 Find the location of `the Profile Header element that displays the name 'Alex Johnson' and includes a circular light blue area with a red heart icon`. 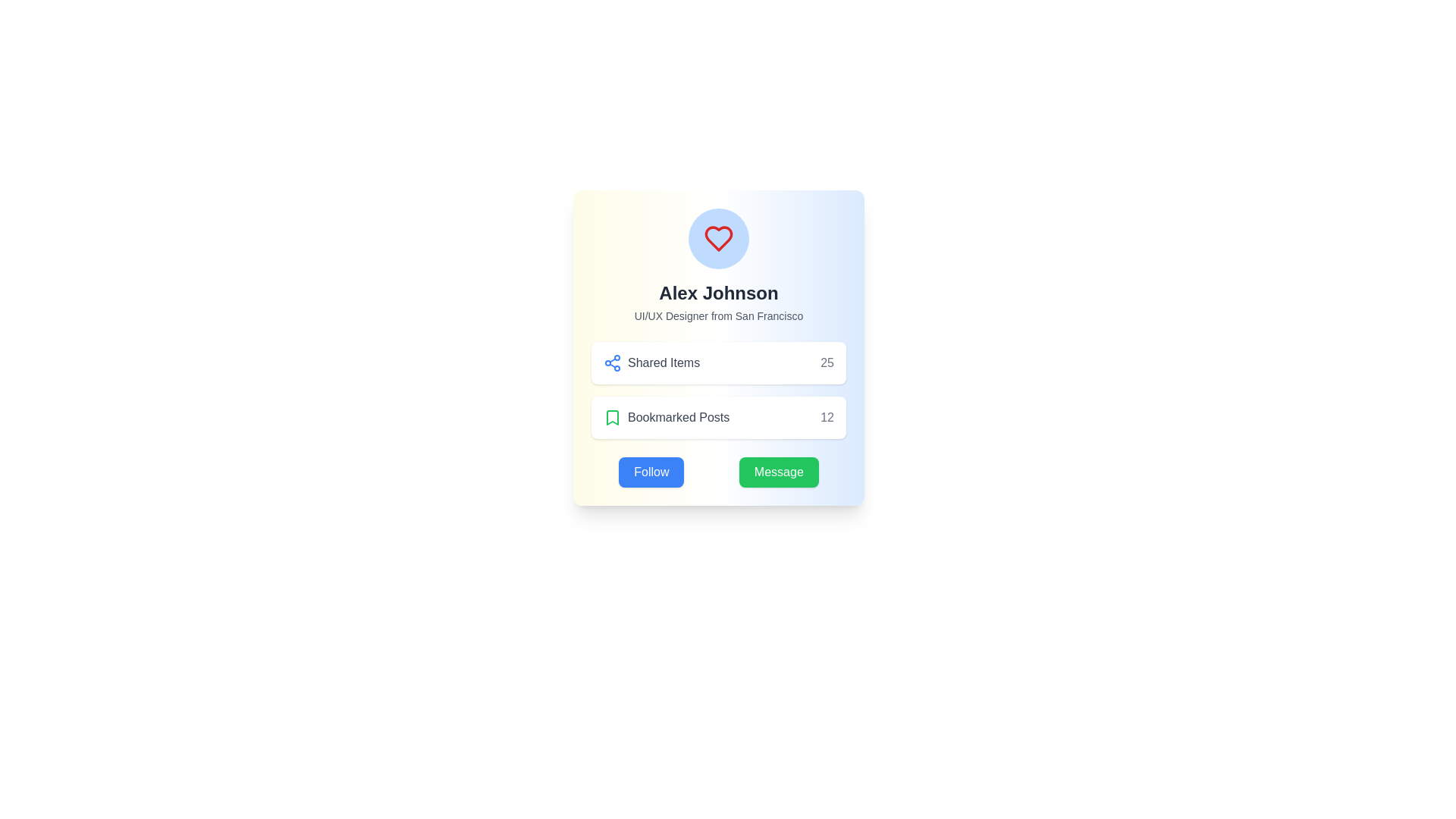

the Profile Header element that displays the name 'Alex Johnson' and includes a circular light blue area with a red heart icon is located at coordinates (718, 265).